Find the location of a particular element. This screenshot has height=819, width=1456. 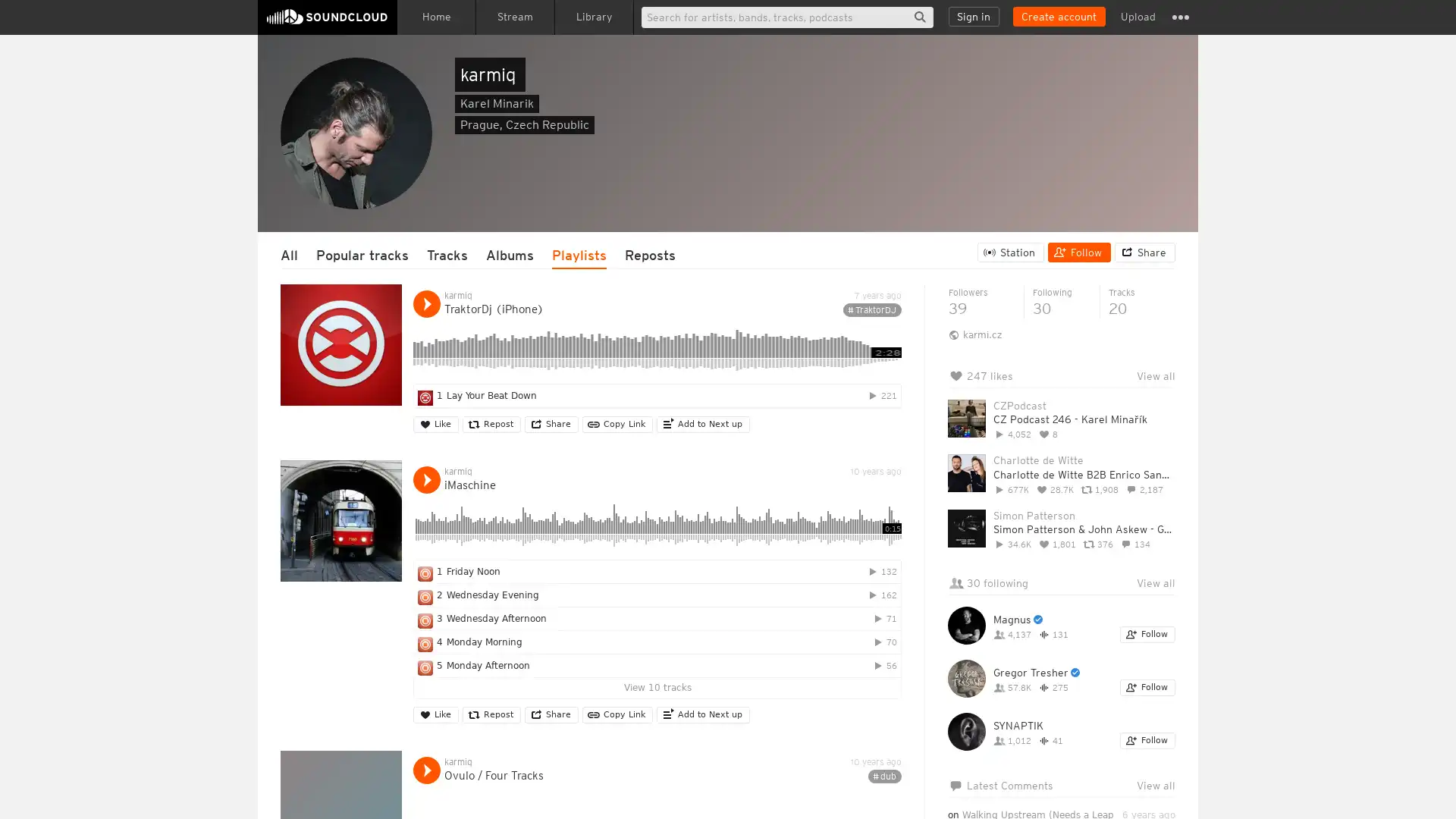

Copy Link is located at coordinates (617, 424).